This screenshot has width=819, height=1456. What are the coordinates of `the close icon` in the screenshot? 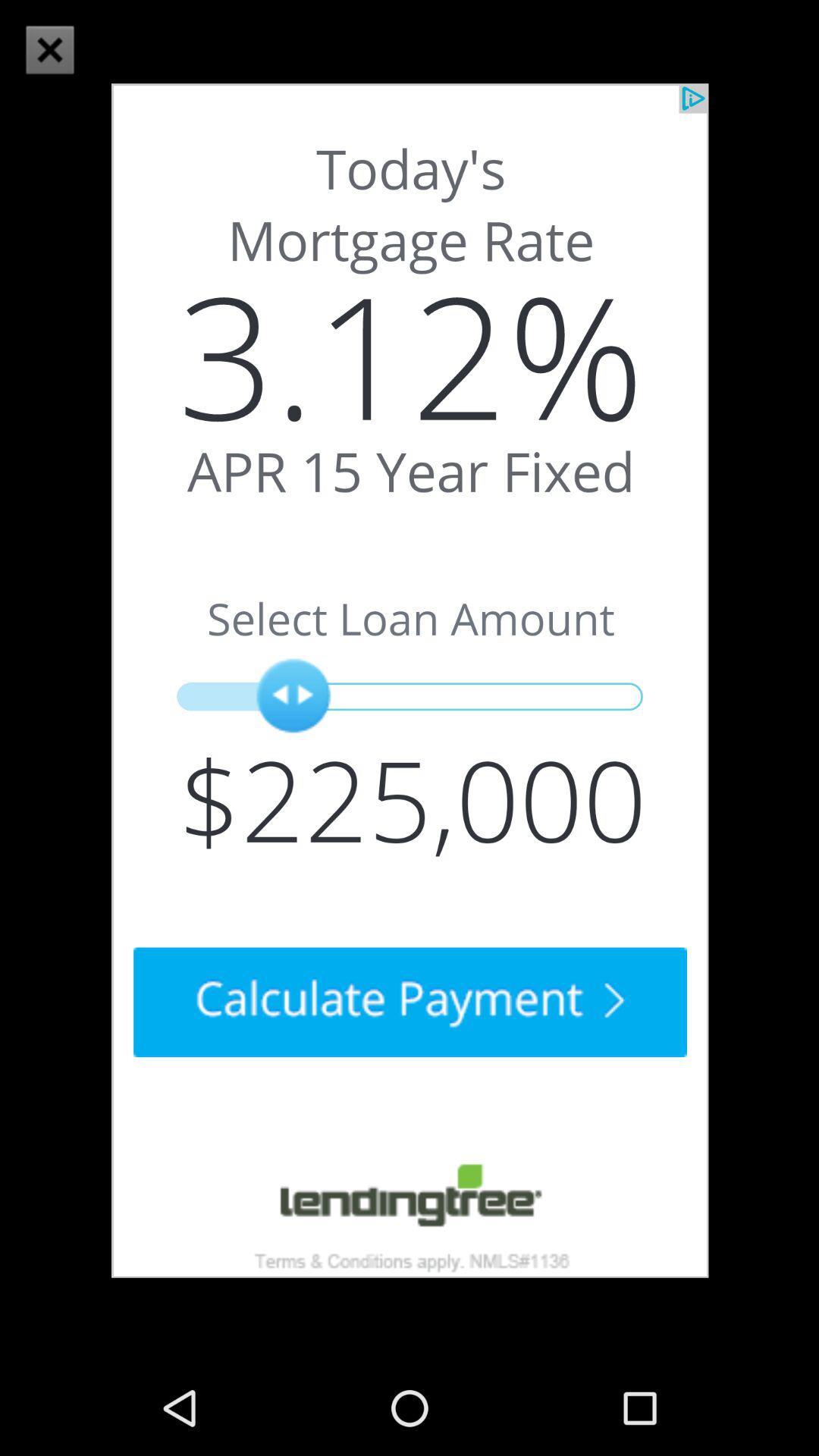 It's located at (49, 53).